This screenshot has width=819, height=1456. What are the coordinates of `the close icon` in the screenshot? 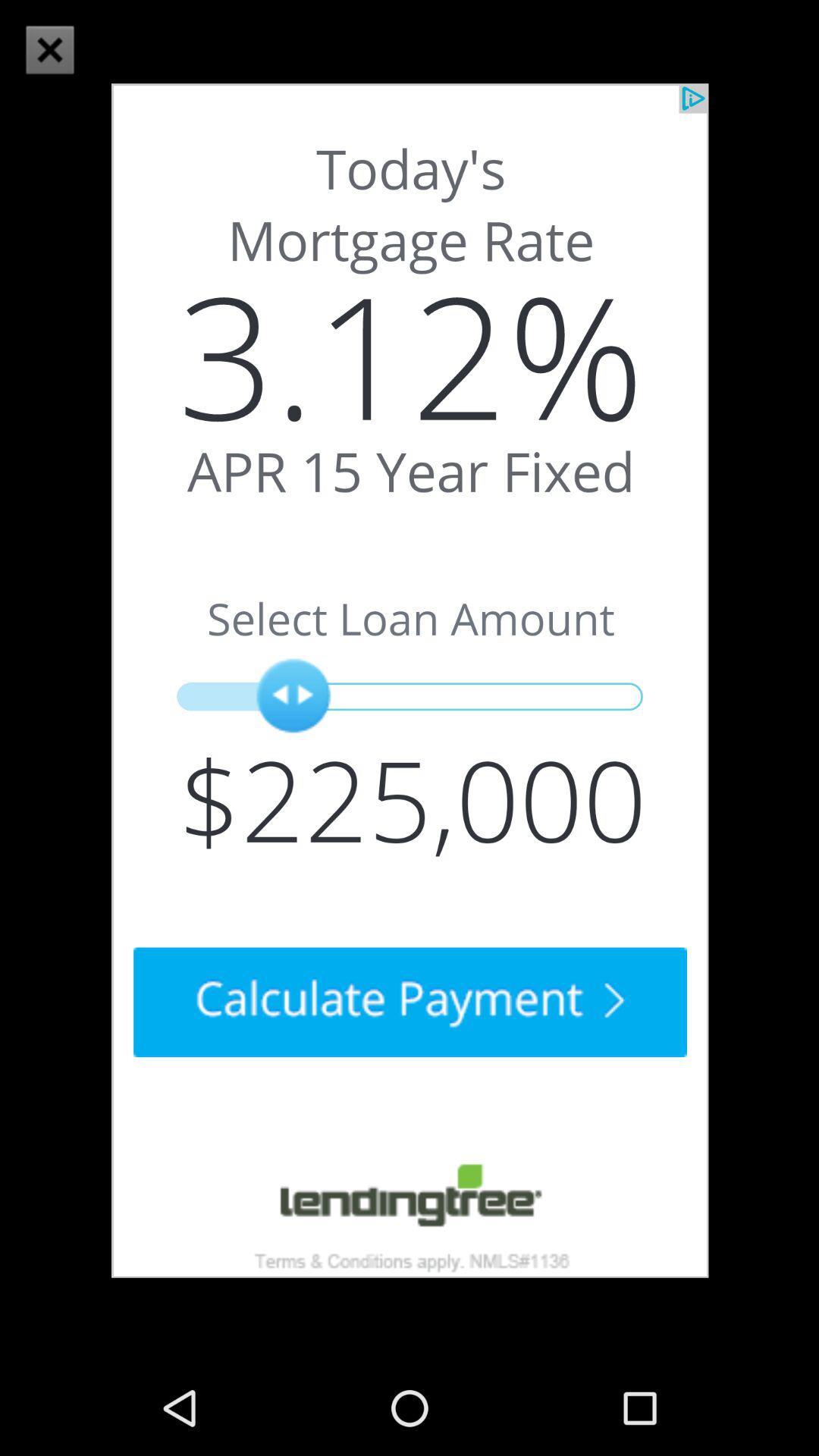 It's located at (49, 53).